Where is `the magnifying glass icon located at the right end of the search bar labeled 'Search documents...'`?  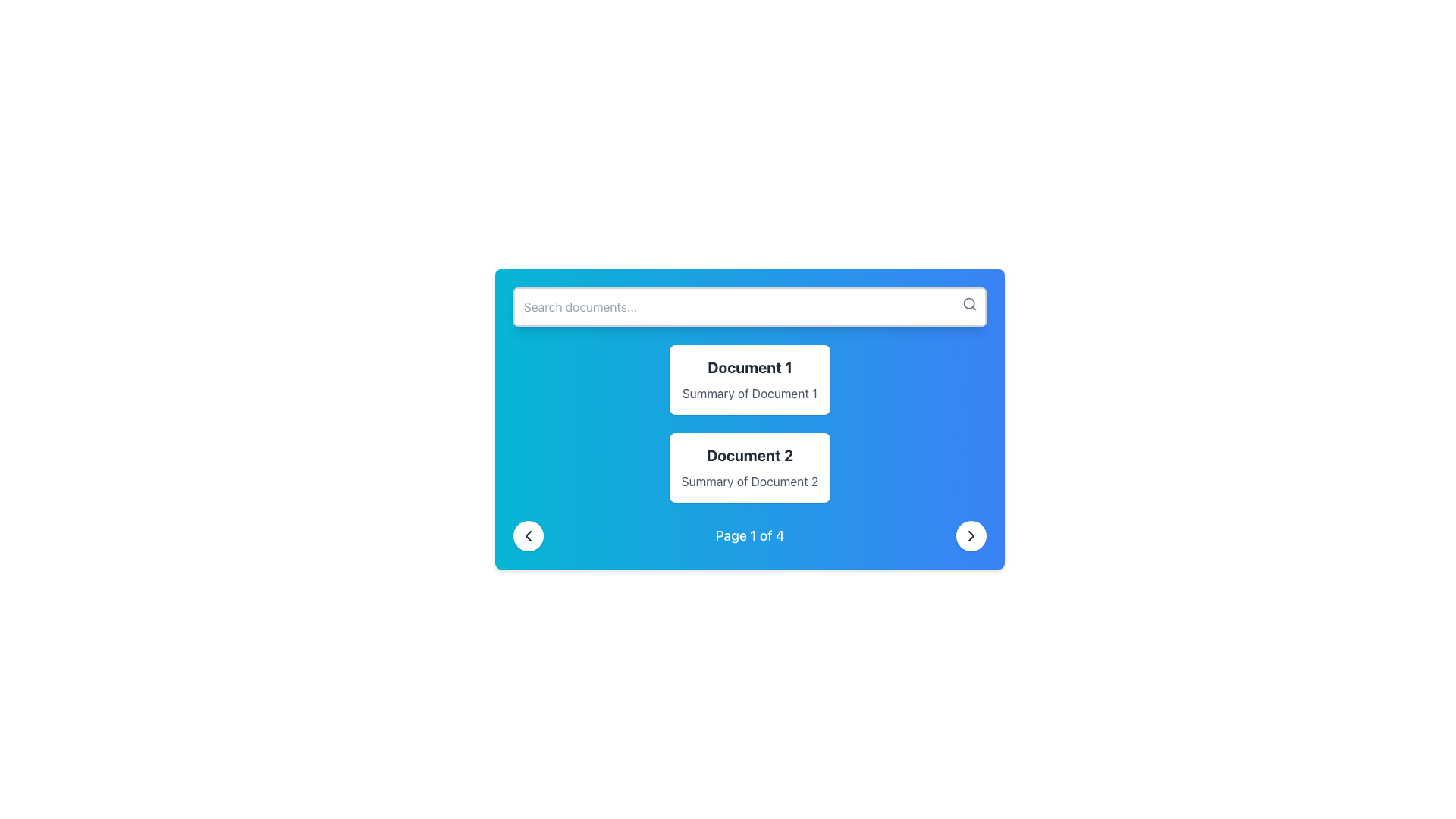 the magnifying glass icon located at the right end of the search bar labeled 'Search documents...' is located at coordinates (968, 304).